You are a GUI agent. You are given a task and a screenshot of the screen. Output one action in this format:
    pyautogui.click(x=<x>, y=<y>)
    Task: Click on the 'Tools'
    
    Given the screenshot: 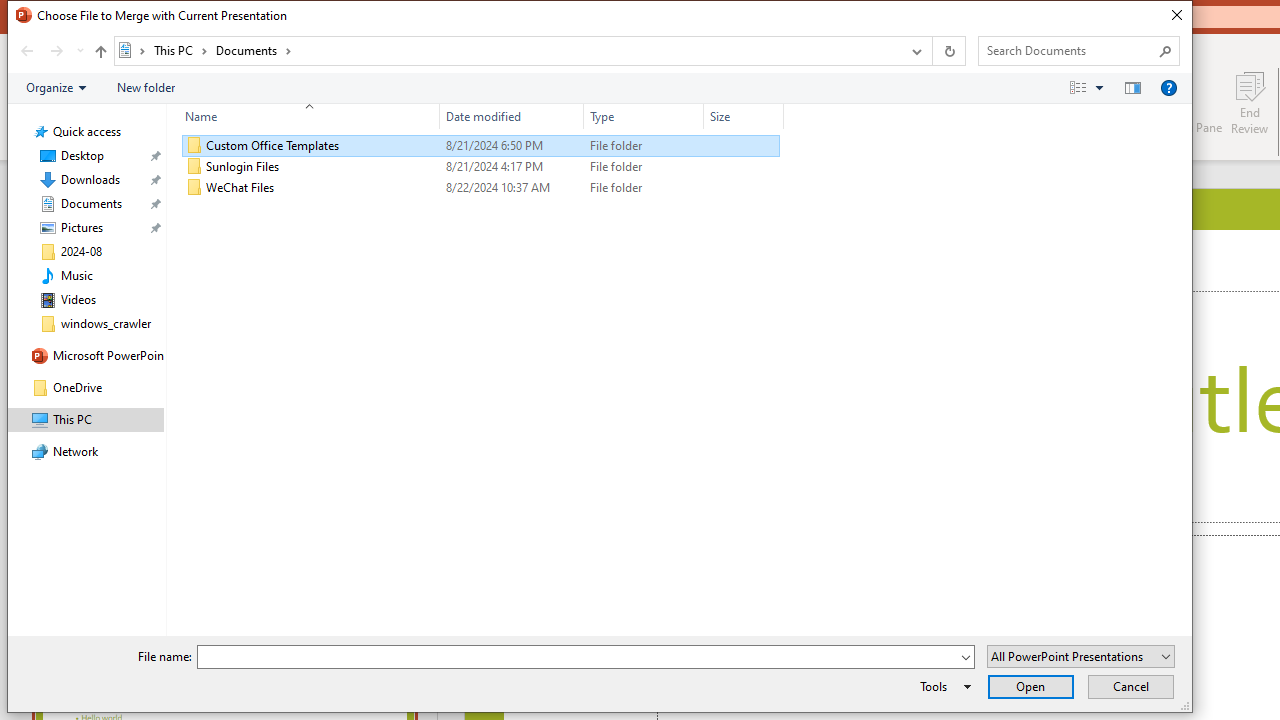 What is the action you would take?
    pyautogui.click(x=941, y=685)
    